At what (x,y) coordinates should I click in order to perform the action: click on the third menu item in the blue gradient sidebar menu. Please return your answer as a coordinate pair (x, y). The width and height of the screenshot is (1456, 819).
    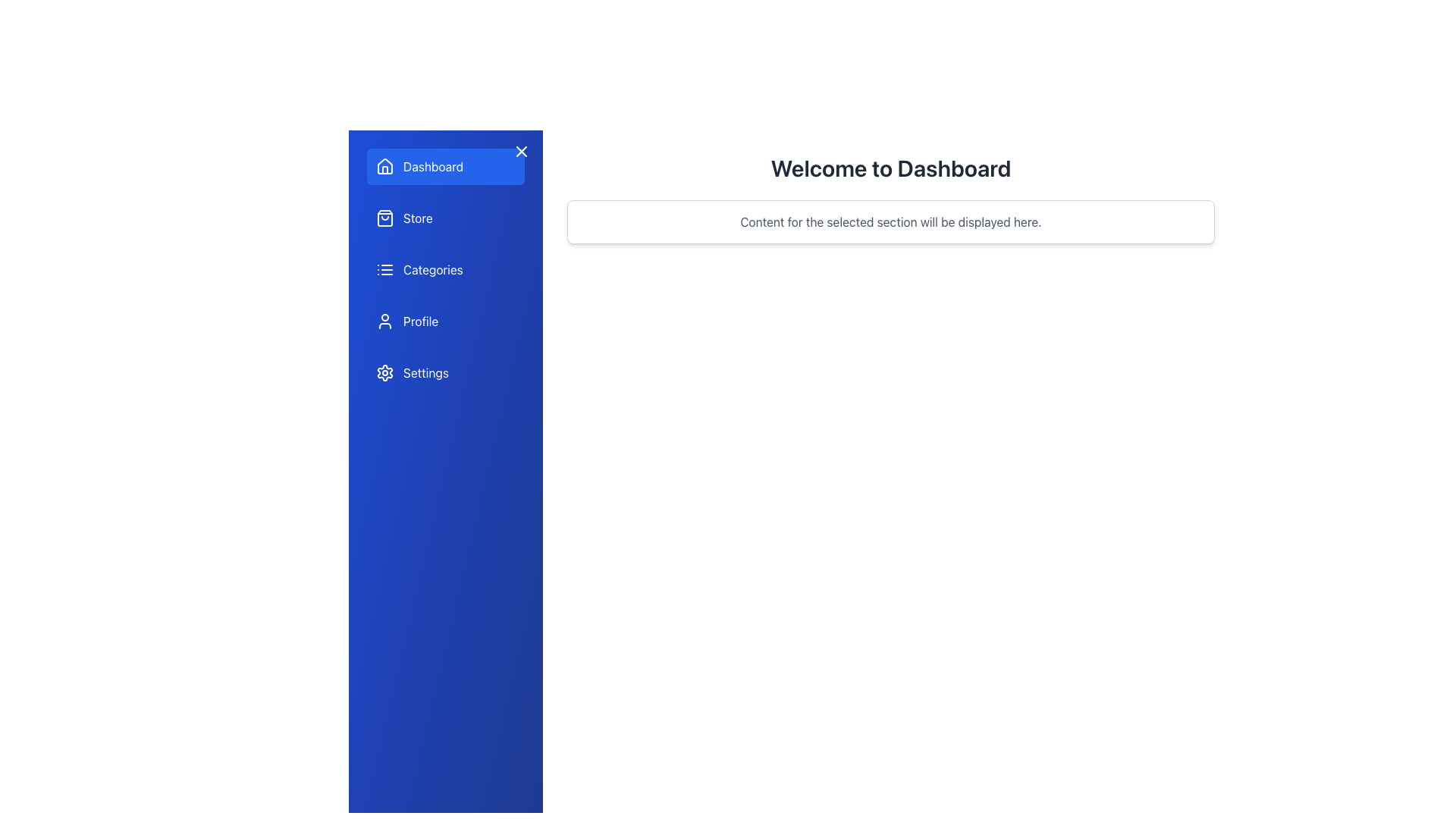
    Looking at the image, I should click on (445, 268).